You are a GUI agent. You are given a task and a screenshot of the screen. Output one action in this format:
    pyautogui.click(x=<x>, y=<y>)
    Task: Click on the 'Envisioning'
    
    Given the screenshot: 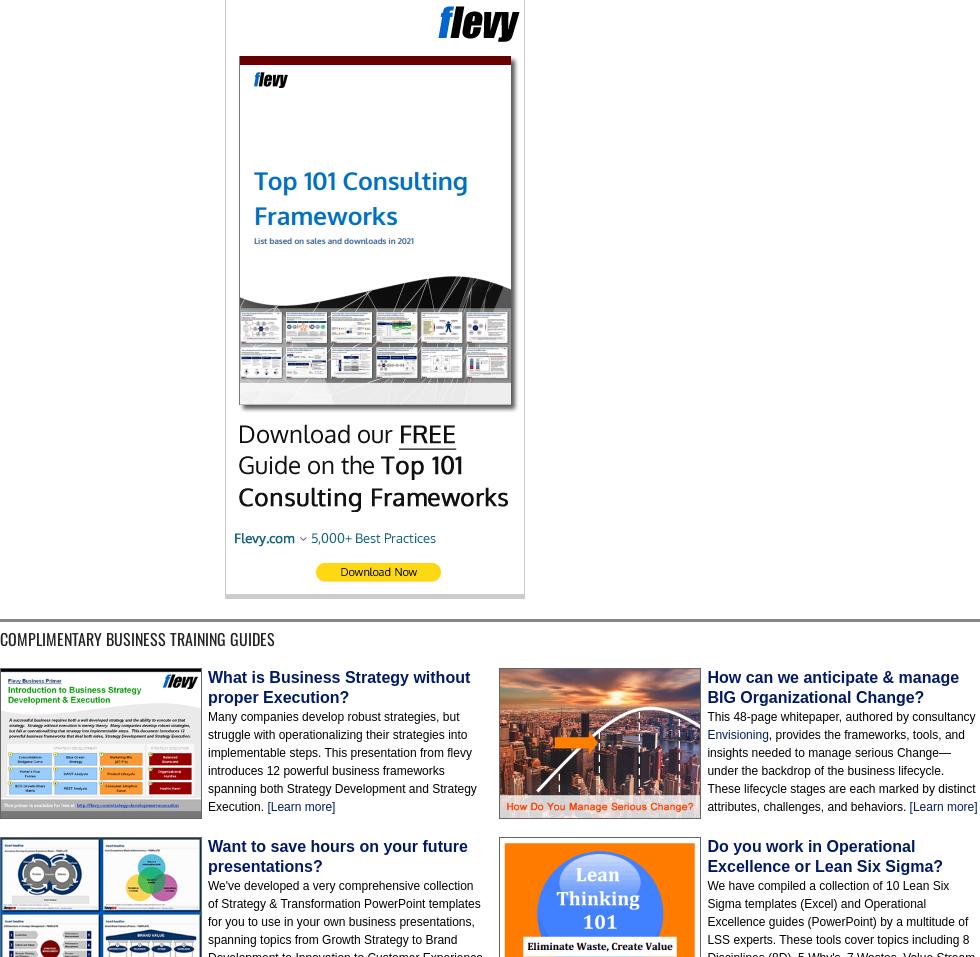 What is the action you would take?
    pyautogui.click(x=737, y=734)
    